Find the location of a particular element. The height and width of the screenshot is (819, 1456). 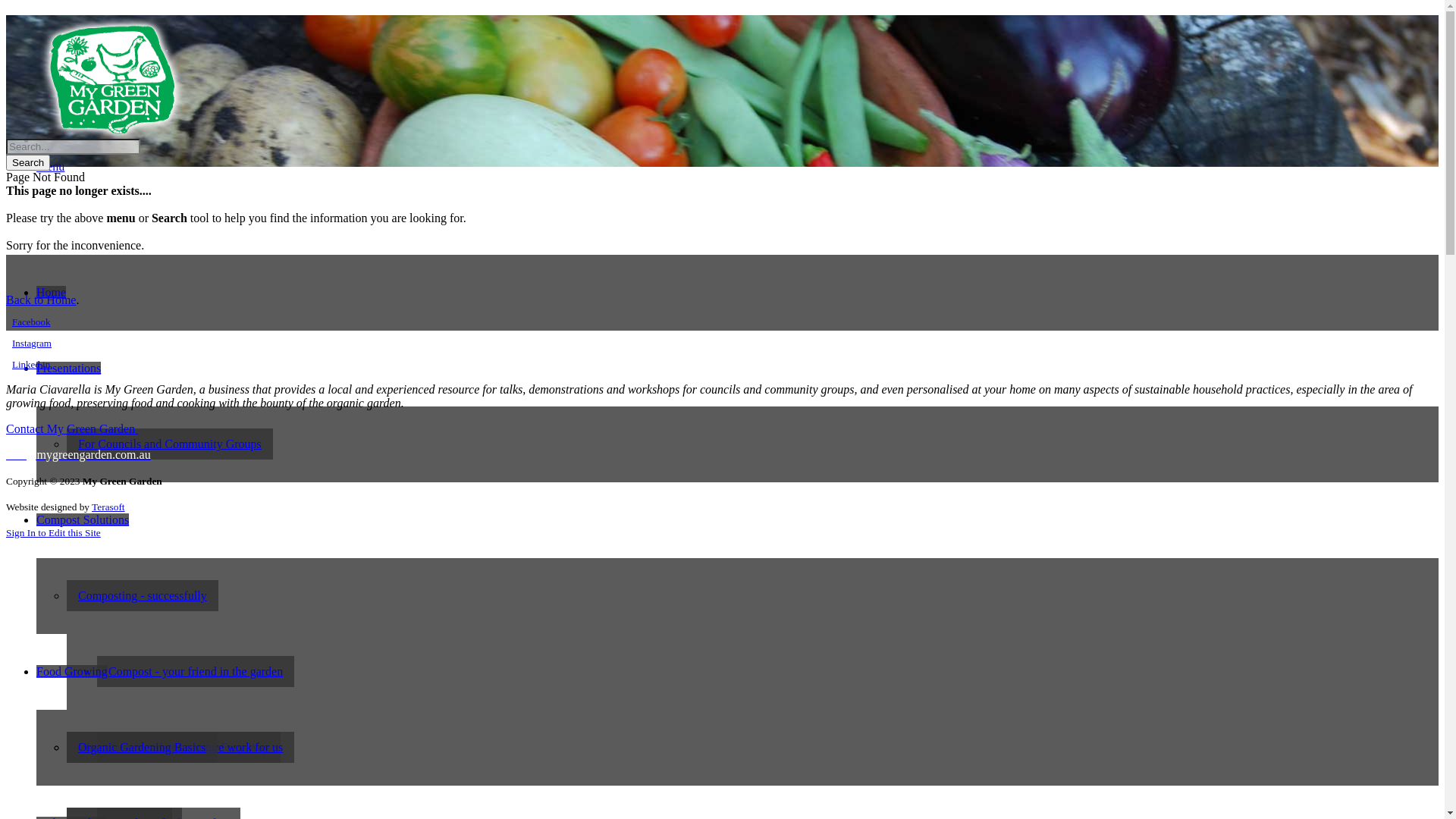

'Food Growing' is located at coordinates (71, 670).